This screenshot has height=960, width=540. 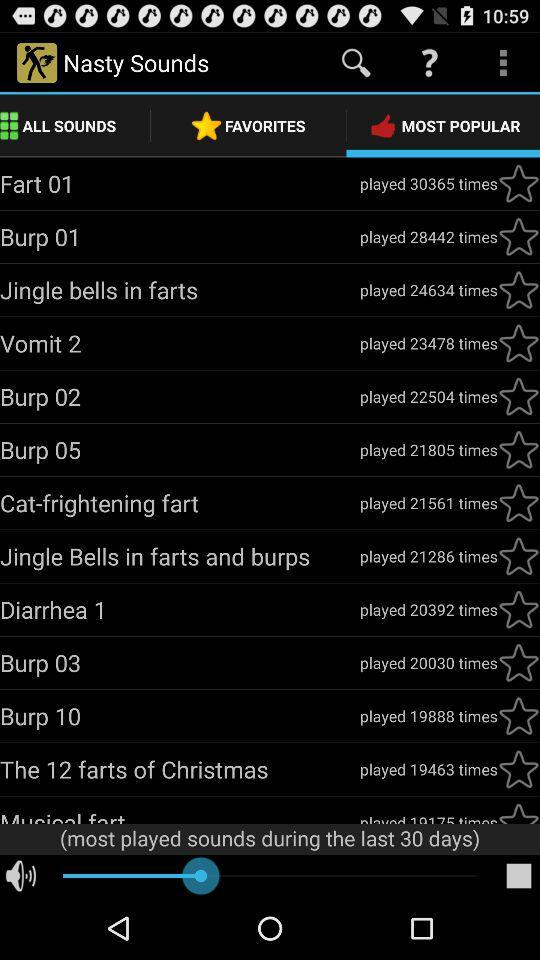 I want to click on the app next to the burp 05 item, so click(x=427, y=449).